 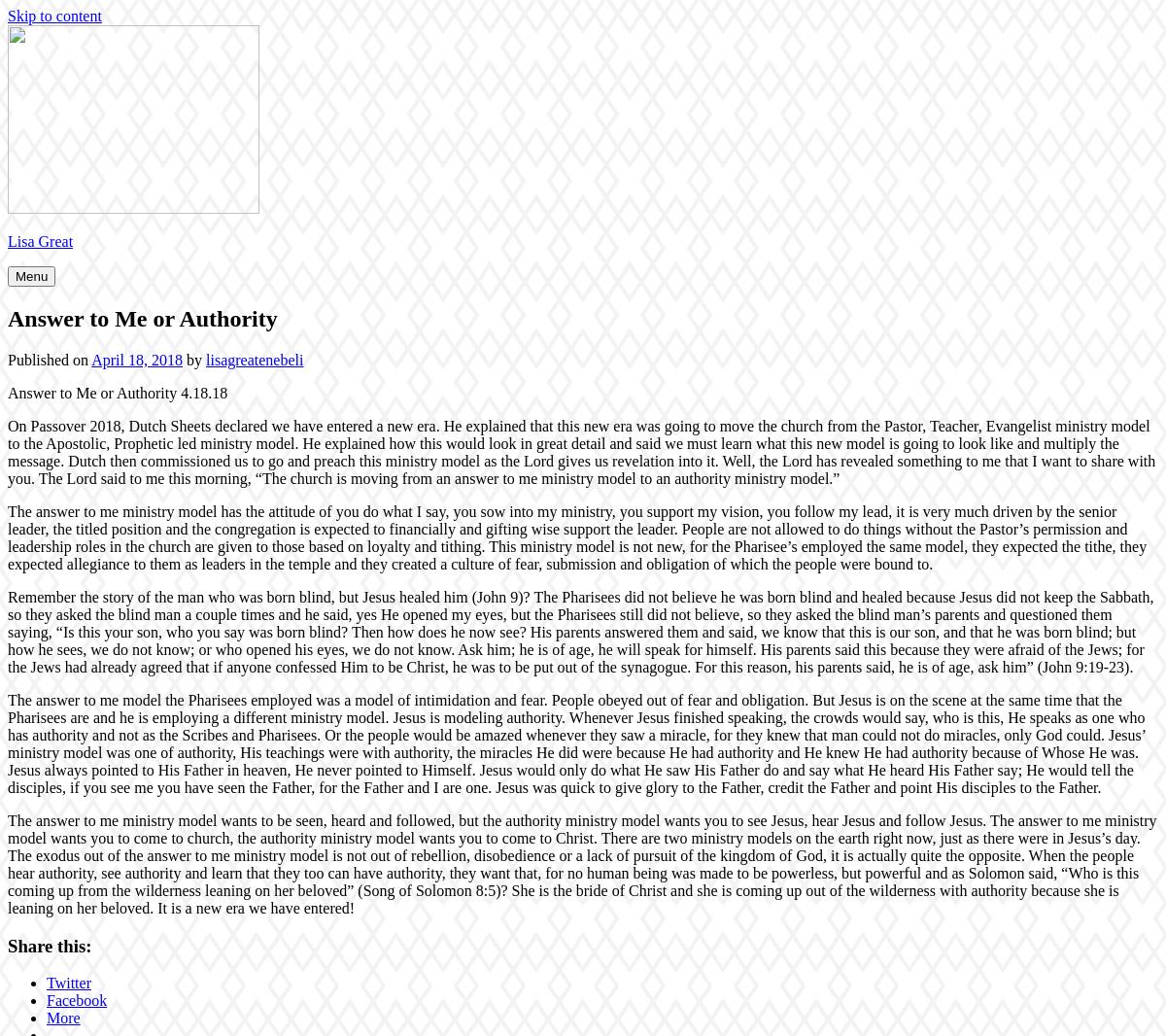 What do you see at coordinates (63, 1018) in the screenshot?
I see `'More'` at bounding box center [63, 1018].